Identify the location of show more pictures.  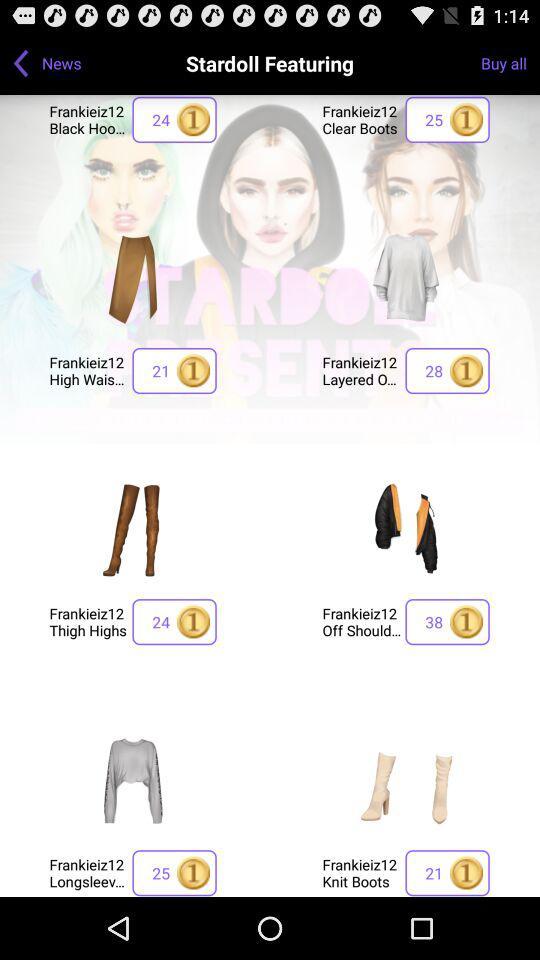
(133, 276).